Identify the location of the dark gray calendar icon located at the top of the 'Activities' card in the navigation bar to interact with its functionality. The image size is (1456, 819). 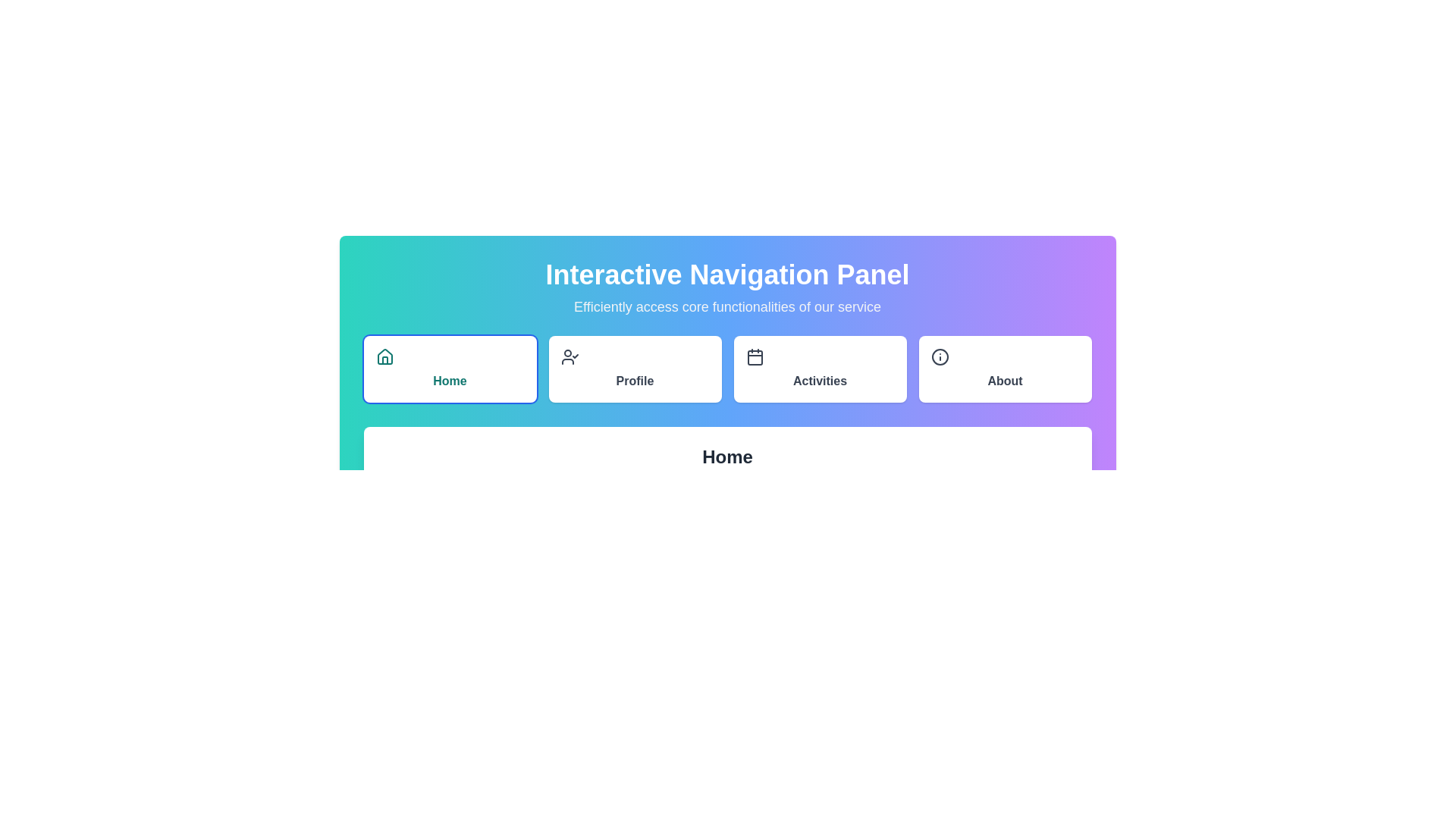
(755, 356).